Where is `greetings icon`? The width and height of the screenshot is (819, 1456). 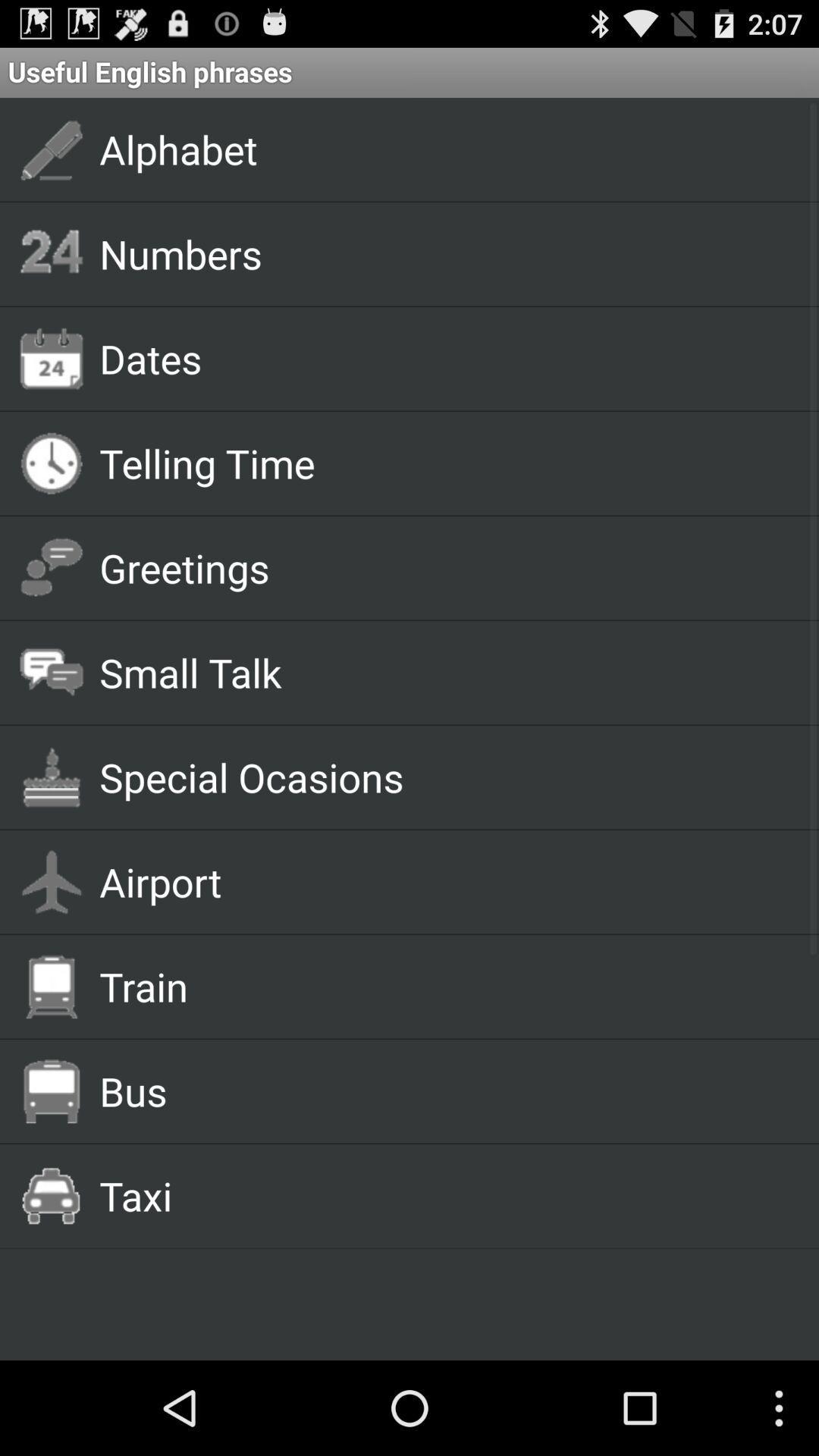 greetings icon is located at coordinates (441, 566).